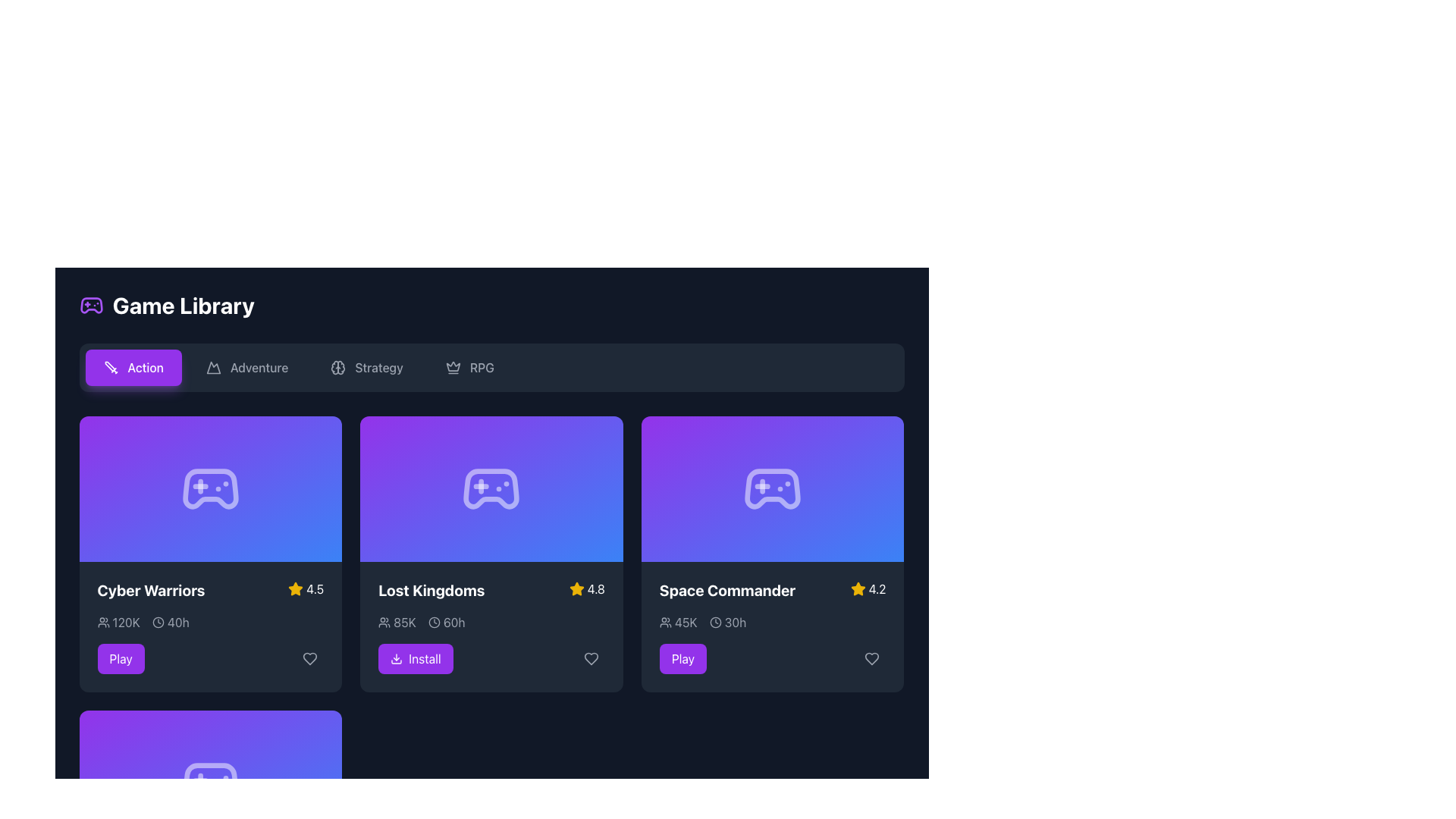 The width and height of the screenshot is (1456, 819). Describe the element at coordinates (296, 588) in the screenshot. I see `the star icon representing the rating for the game 'Cyber Warriors' located in the first game card` at that location.